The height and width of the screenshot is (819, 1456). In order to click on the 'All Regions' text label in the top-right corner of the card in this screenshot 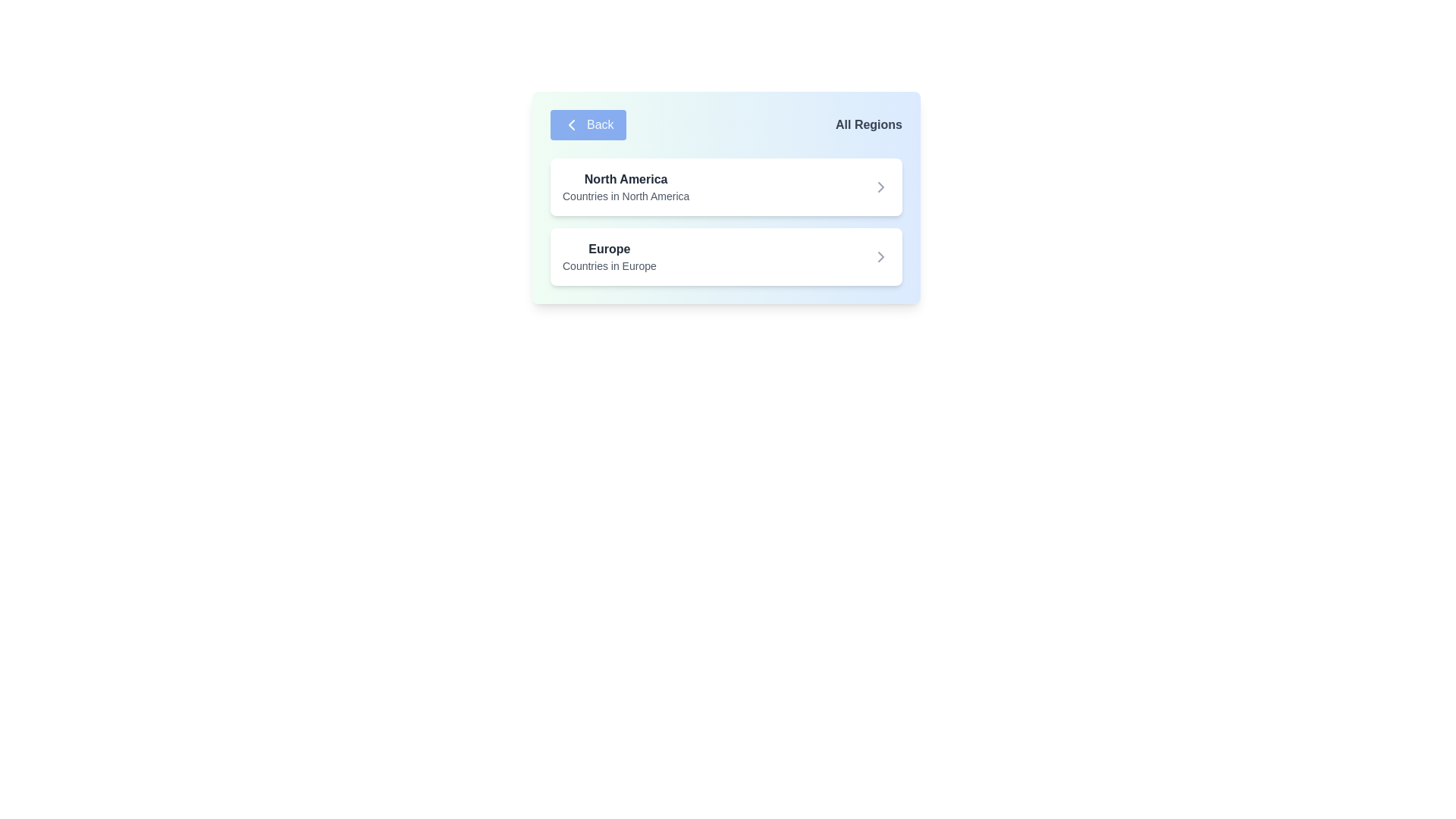, I will do `click(869, 124)`.